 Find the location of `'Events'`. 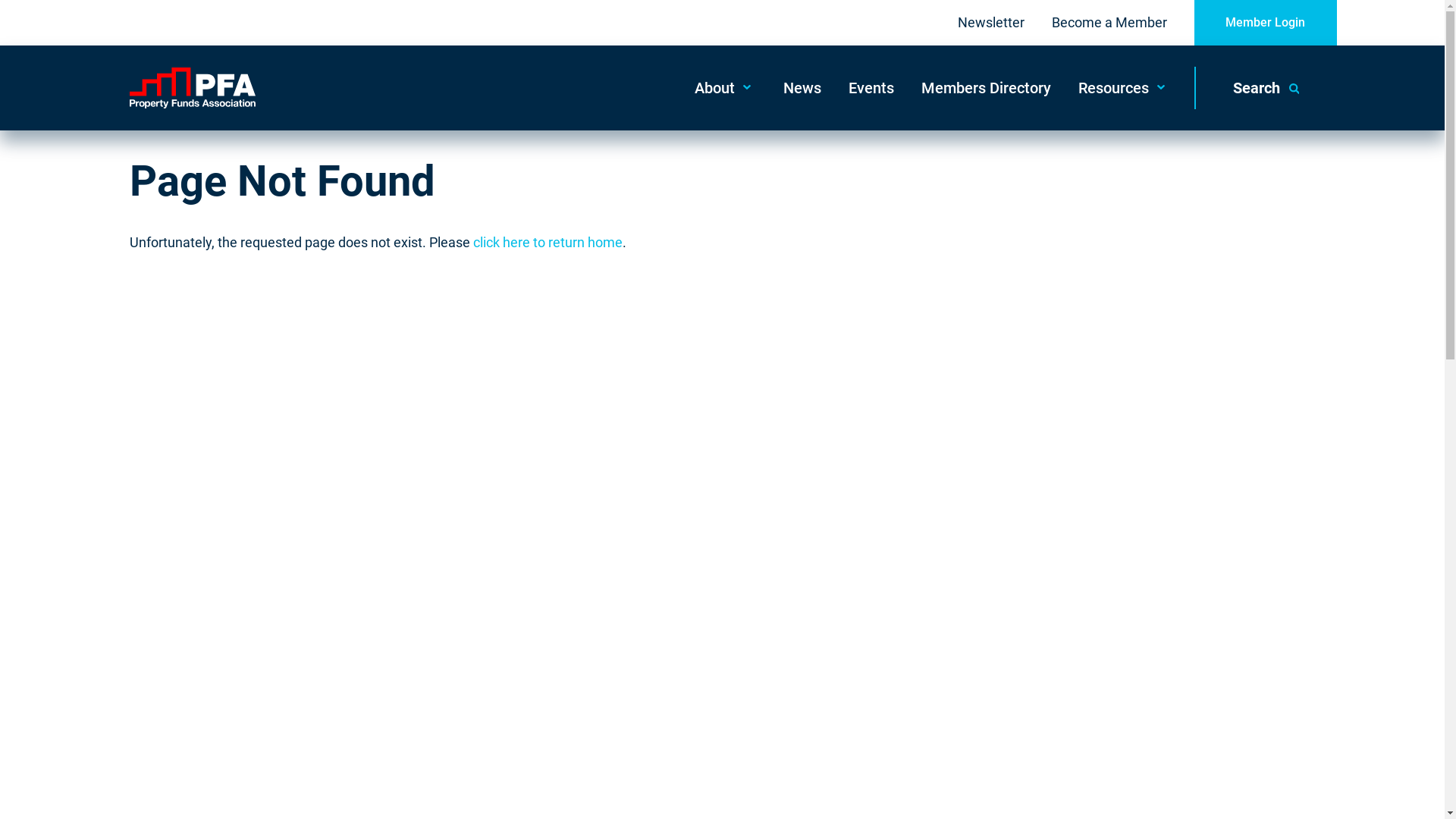

'Events' is located at coordinates (833, 87).